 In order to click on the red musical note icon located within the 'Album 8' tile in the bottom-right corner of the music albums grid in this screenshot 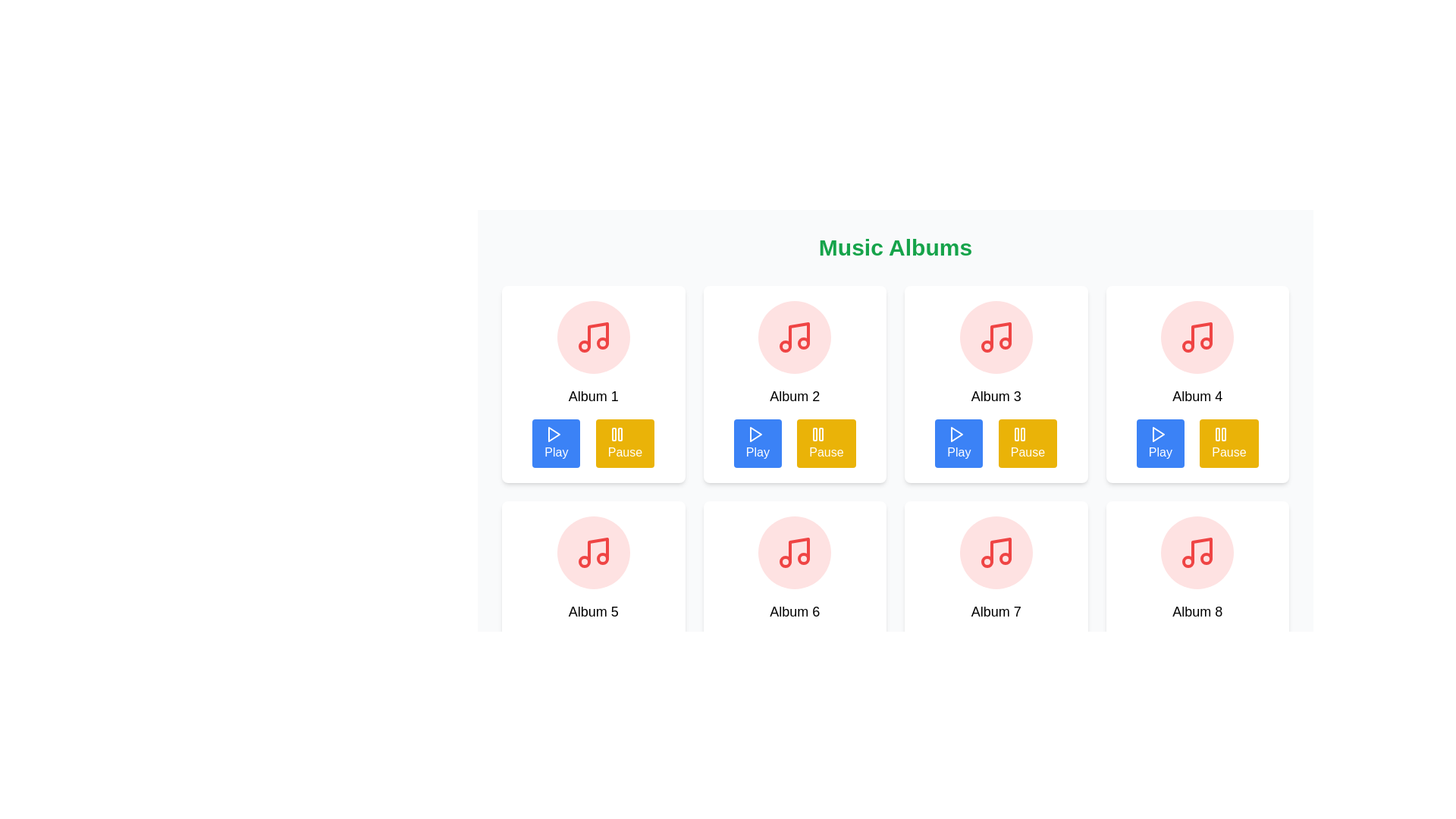, I will do `click(1197, 553)`.